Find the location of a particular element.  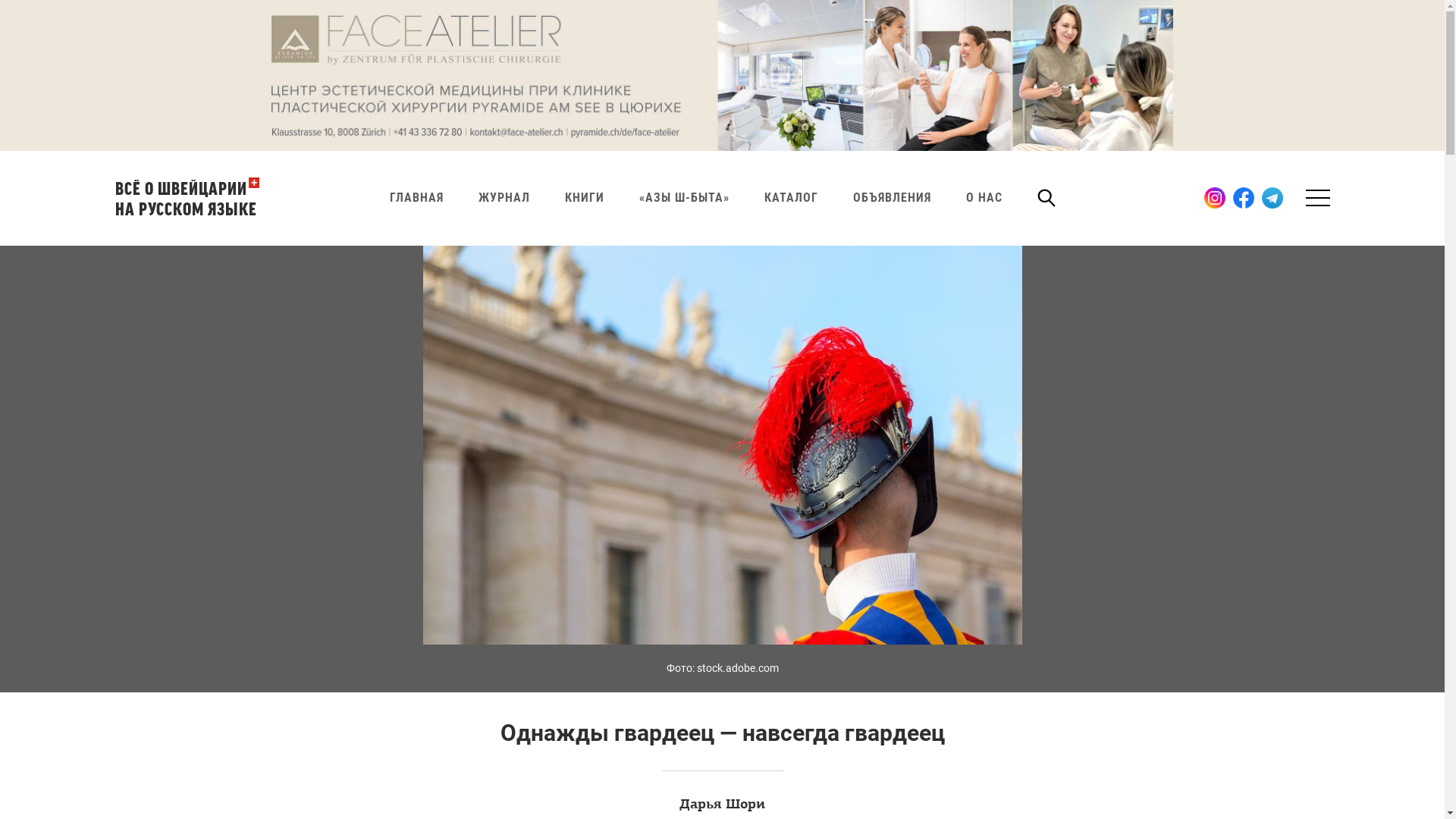

'Toggle navigation' is located at coordinates (1314, 197).